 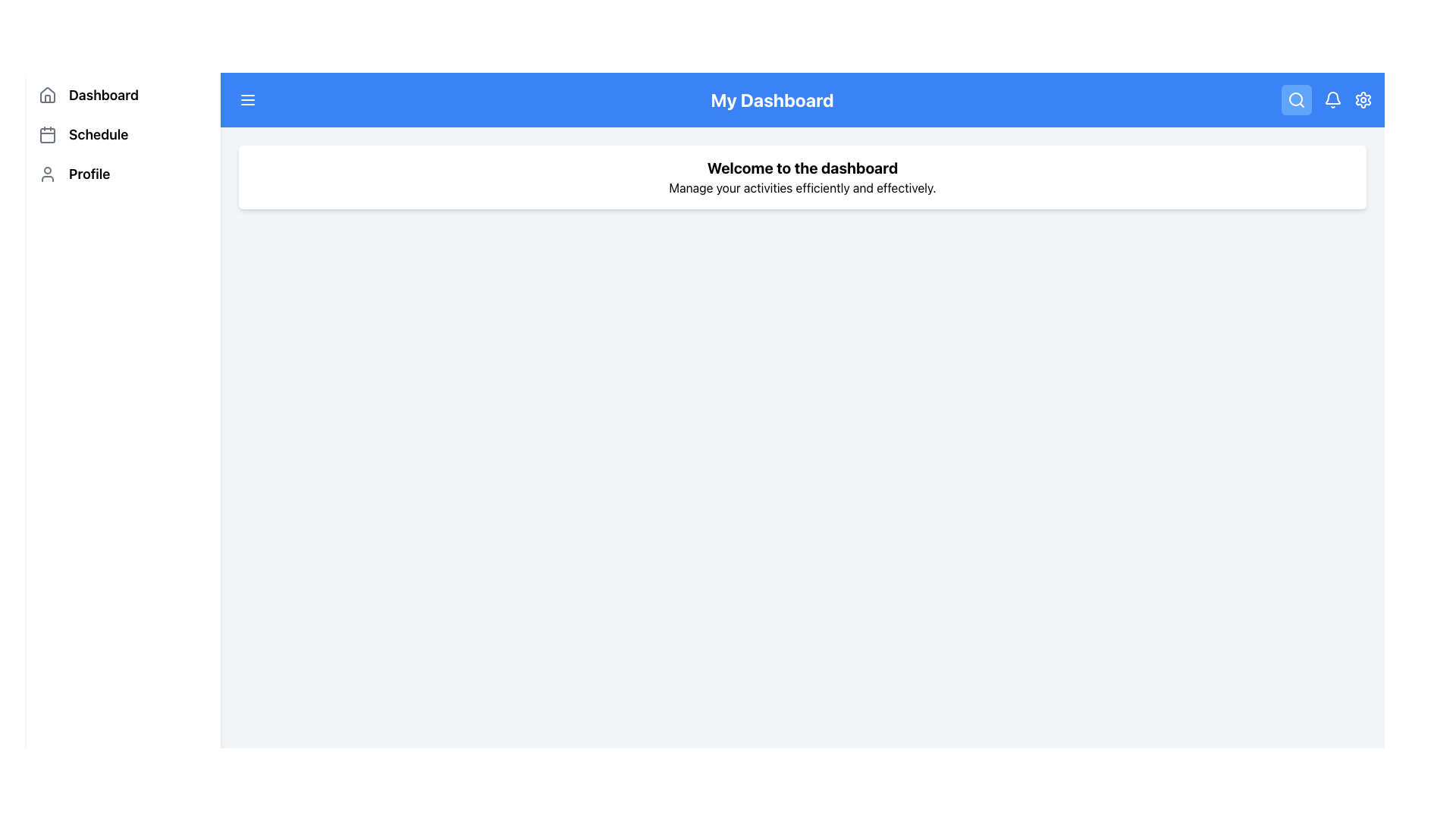 I want to click on the gear-shaped icon located in the top right corner of the blue navigation bar, so click(x=1363, y=99).